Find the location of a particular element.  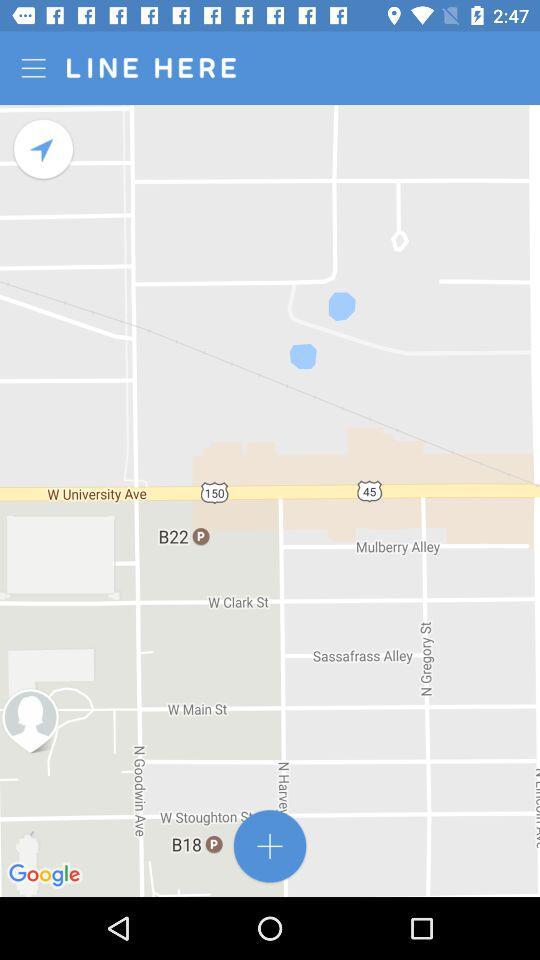

the menu icon is located at coordinates (35, 68).